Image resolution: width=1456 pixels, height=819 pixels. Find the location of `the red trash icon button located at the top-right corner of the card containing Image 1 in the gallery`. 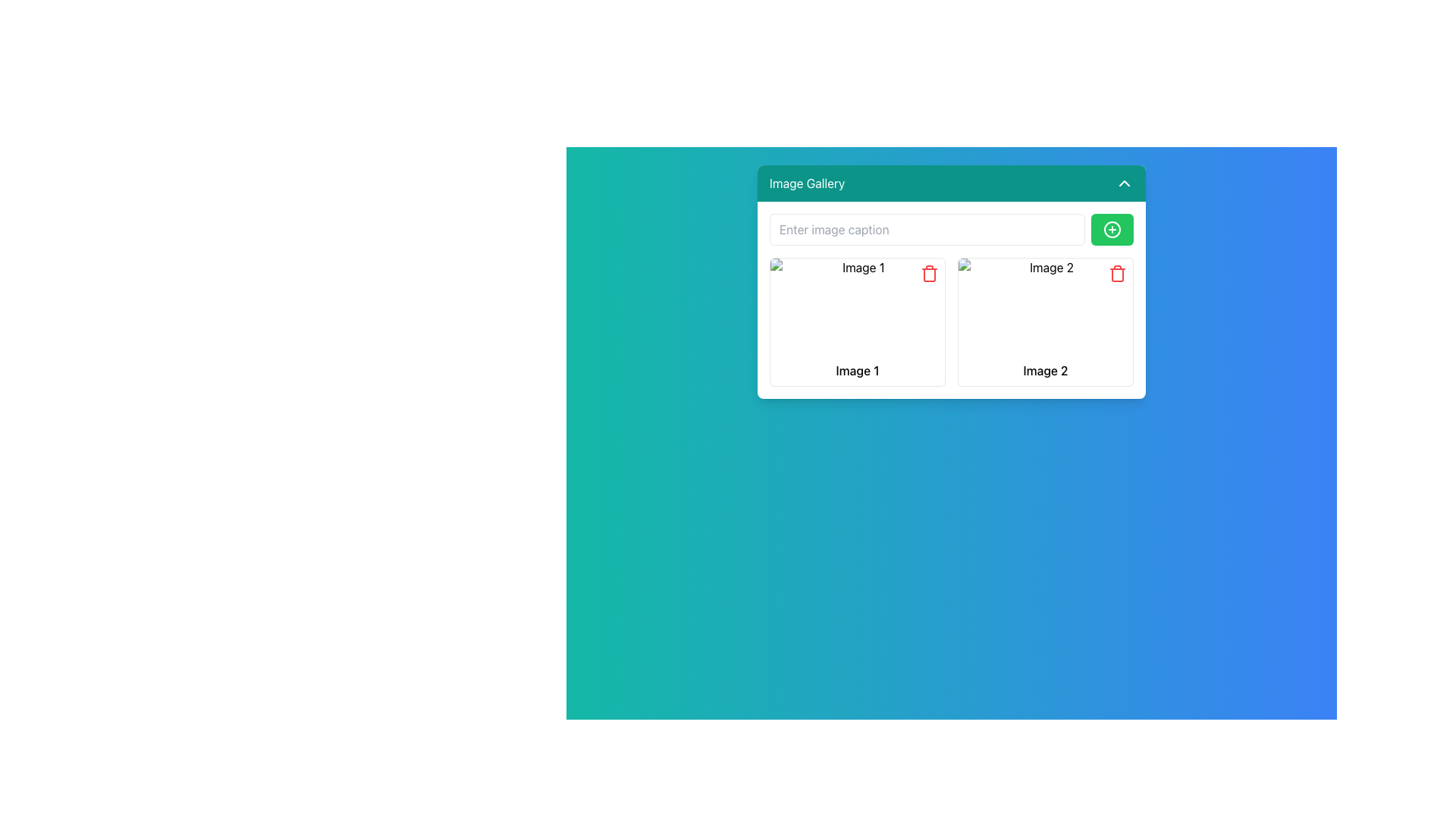

the red trash icon button located at the top-right corner of the card containing Image 1 in the gallery is located at coordinates (928, 274).